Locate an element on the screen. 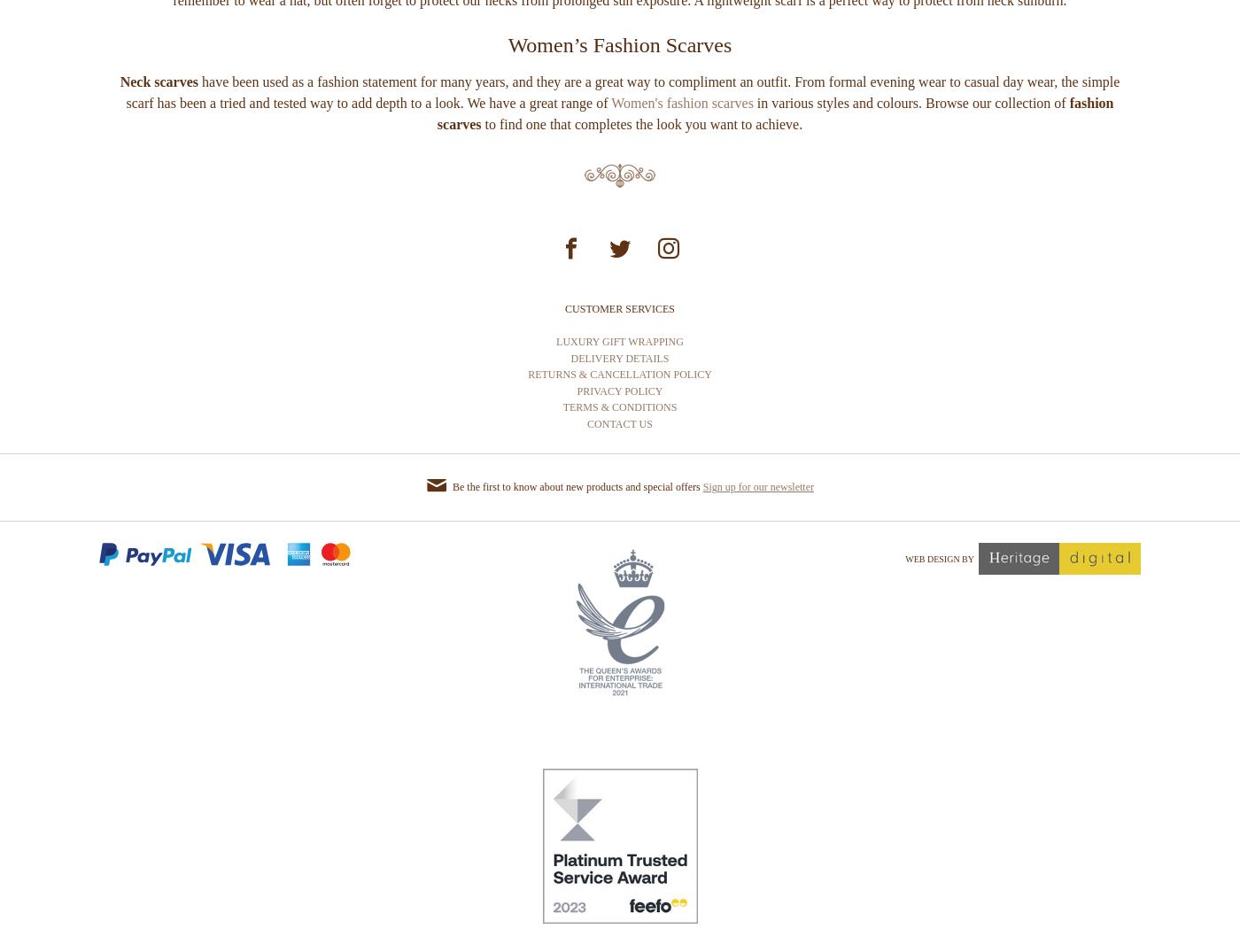 Image resolution: width=1240 pixels, height=952 pixels. 'Customer Services' is located at coordinates (619, 374).